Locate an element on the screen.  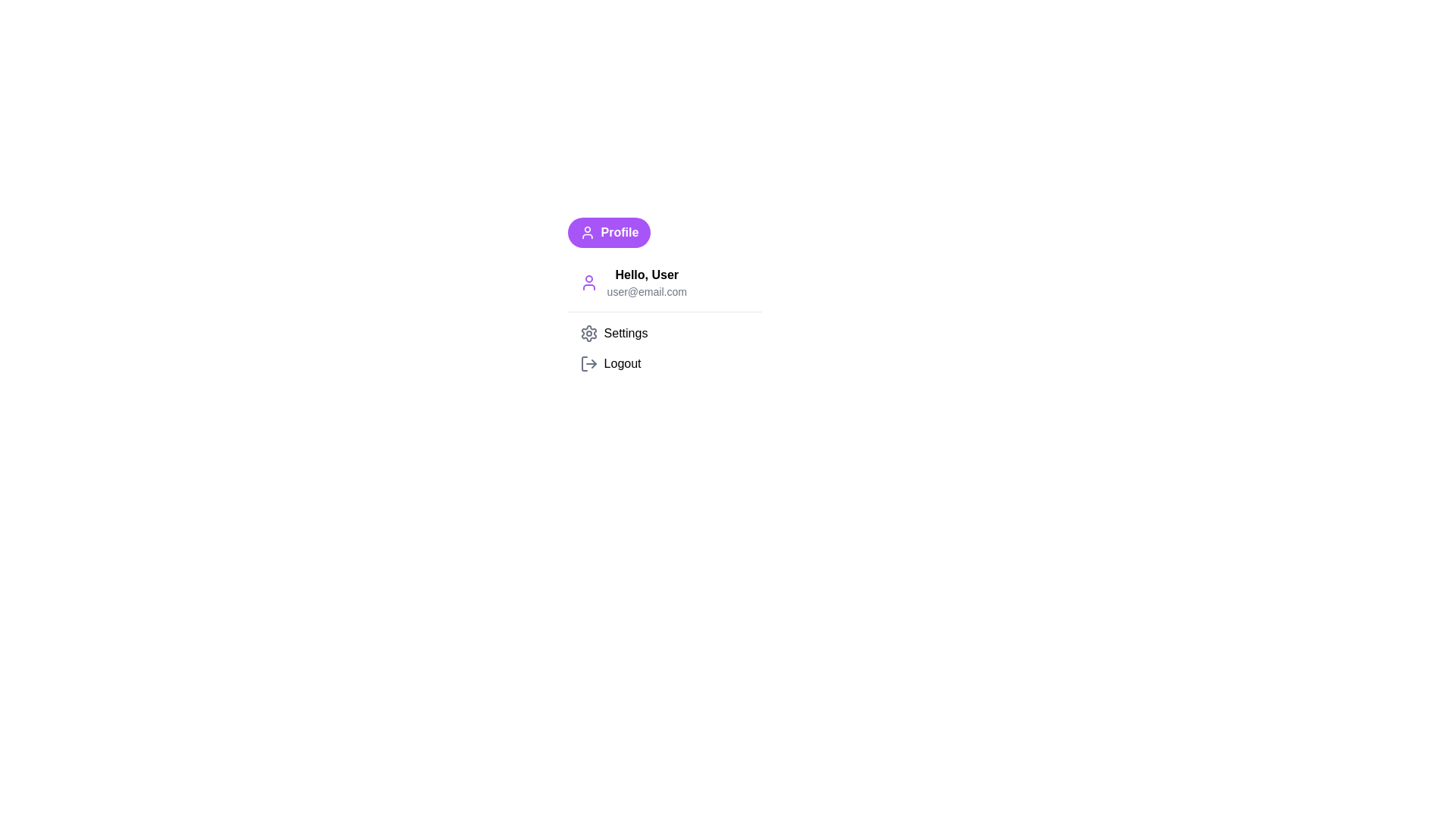
the email text 'user@email.com' is located at coordinates (647, 292).